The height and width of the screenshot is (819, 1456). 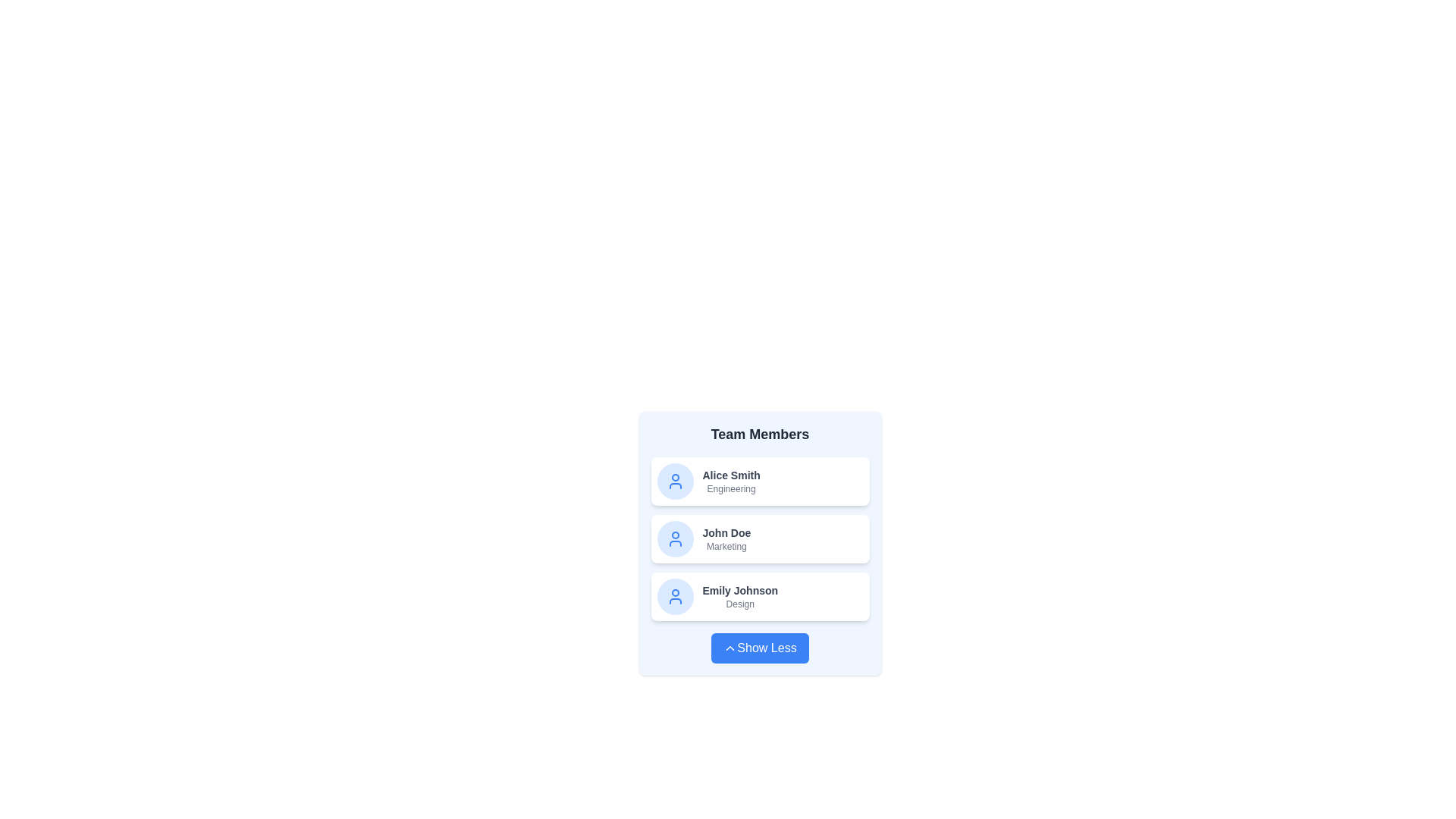 What do you see at coordinates (740, 590) in the screenshot?
I see `the text label displaying the name 'Emily Johnson', which is located in the third entry of the 'Team Members' list` at bounding box center [740, 590].